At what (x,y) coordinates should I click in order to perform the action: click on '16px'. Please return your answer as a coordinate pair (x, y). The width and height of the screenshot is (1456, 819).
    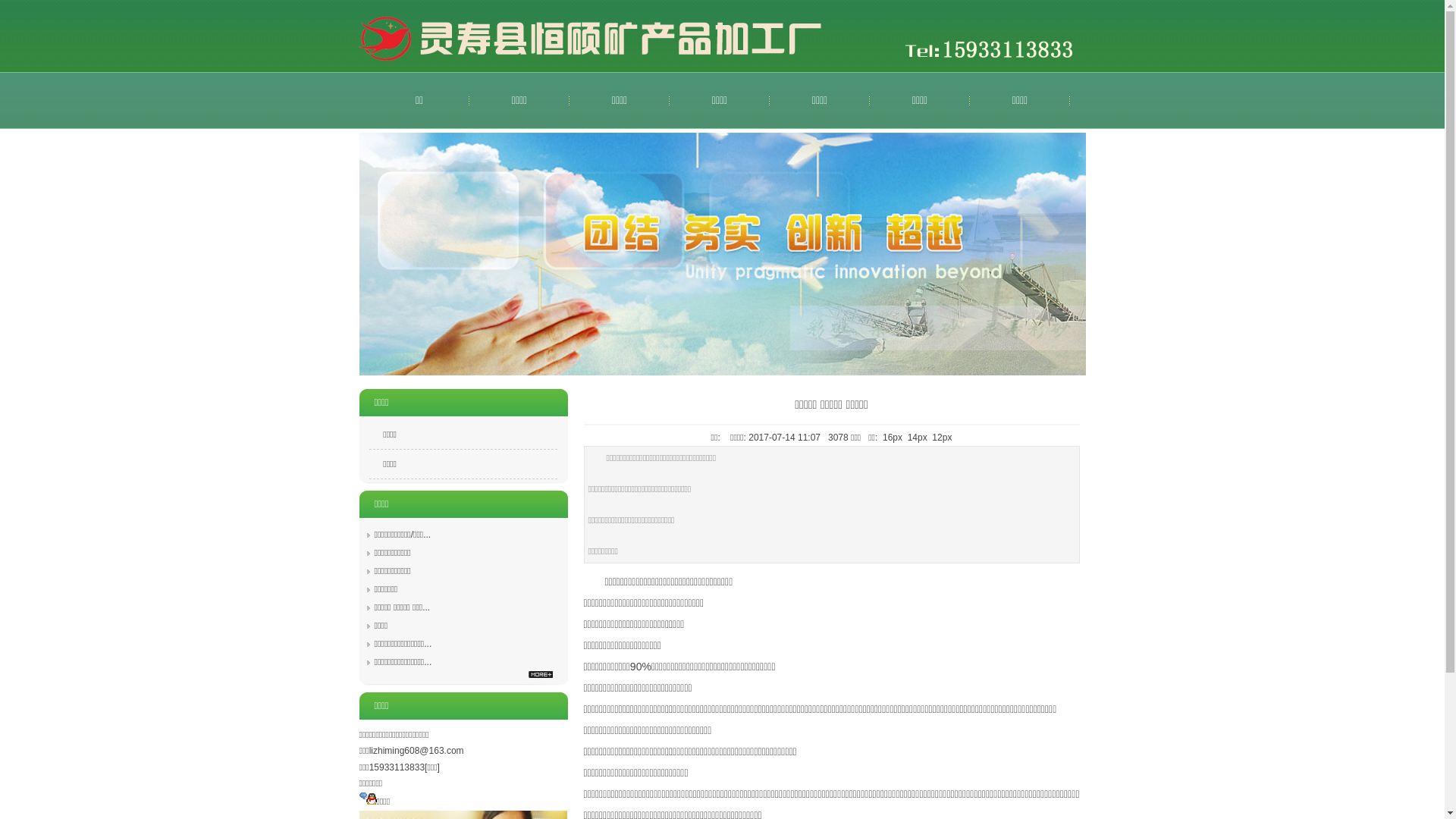
    Looking at the image, I should click on (892, 438).